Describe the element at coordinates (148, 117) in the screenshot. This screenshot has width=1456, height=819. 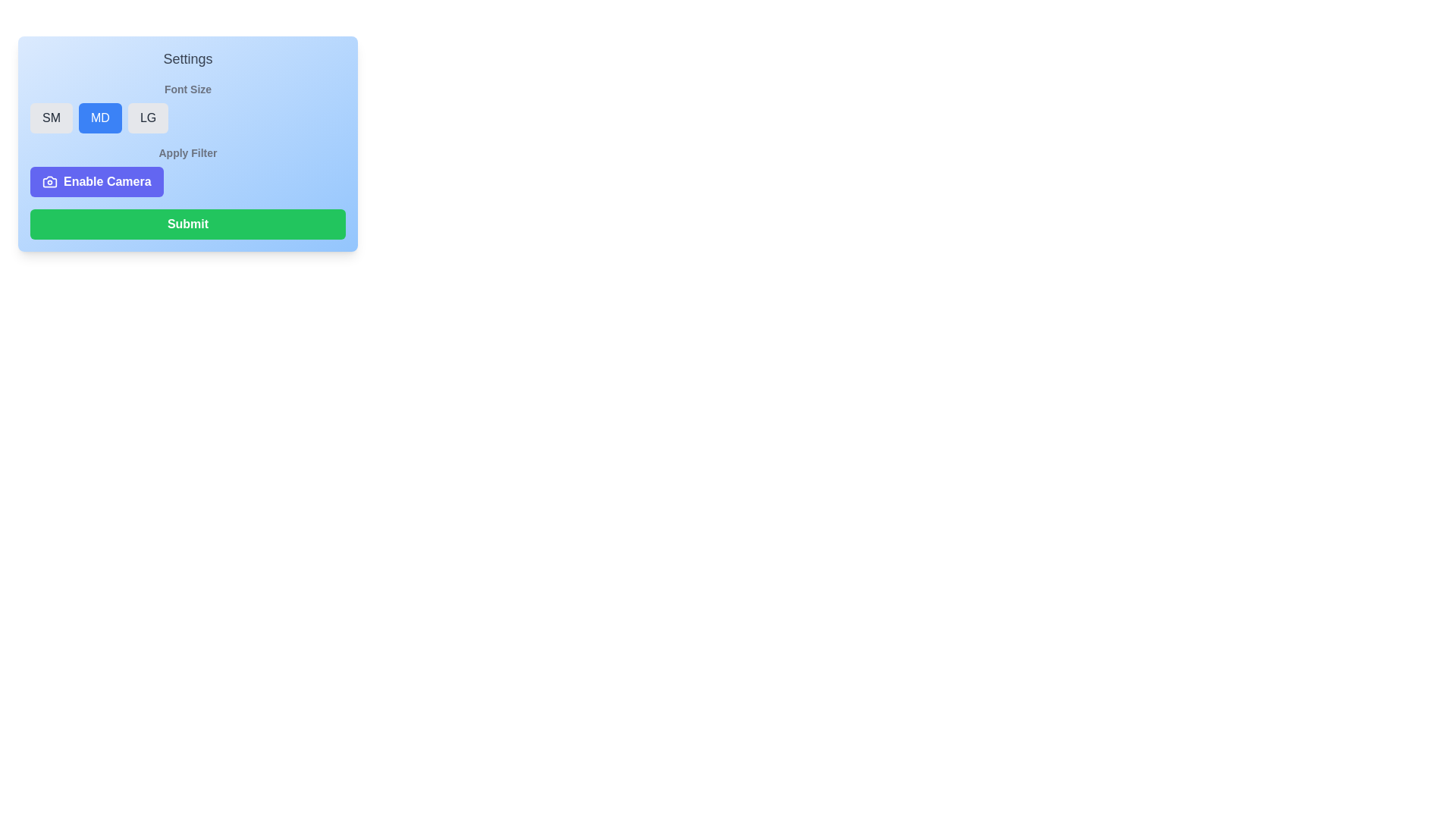
I see `the 'Large' font size button using keyboard navigation` at that location.